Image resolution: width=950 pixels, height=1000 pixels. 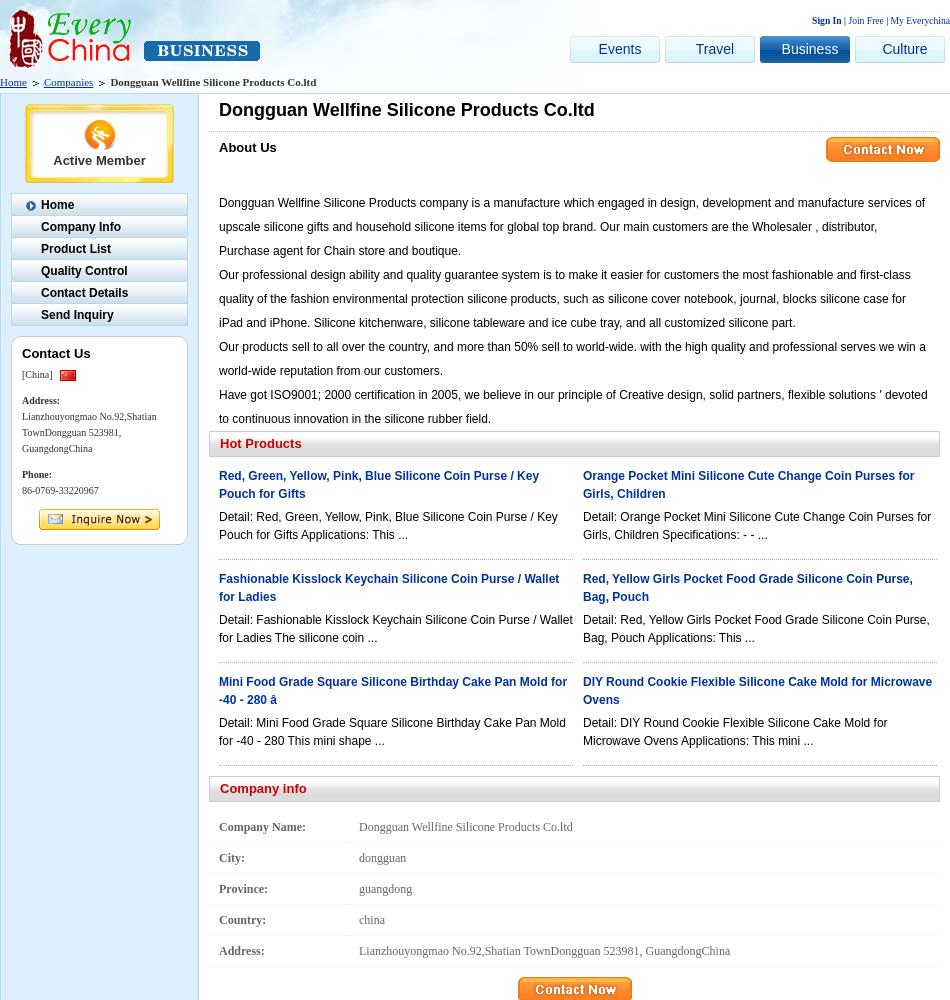 What do you see at coordinates (903, 49) in the screenshot?
I see `'Culture'` at bounding box center [903, 49].